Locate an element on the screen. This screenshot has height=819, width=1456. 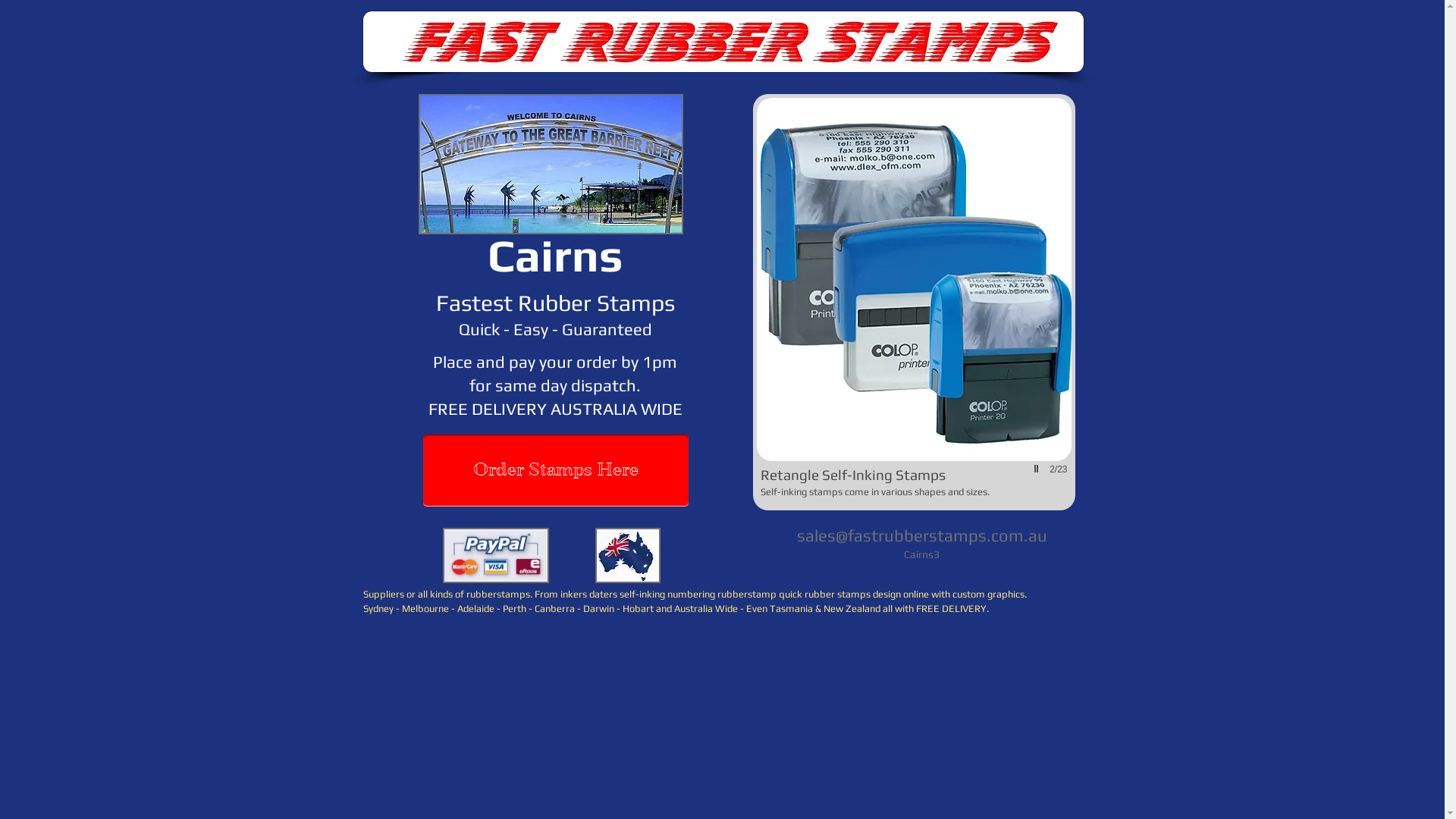
'Order Stamps Here' is located at coordinates (555, 469).